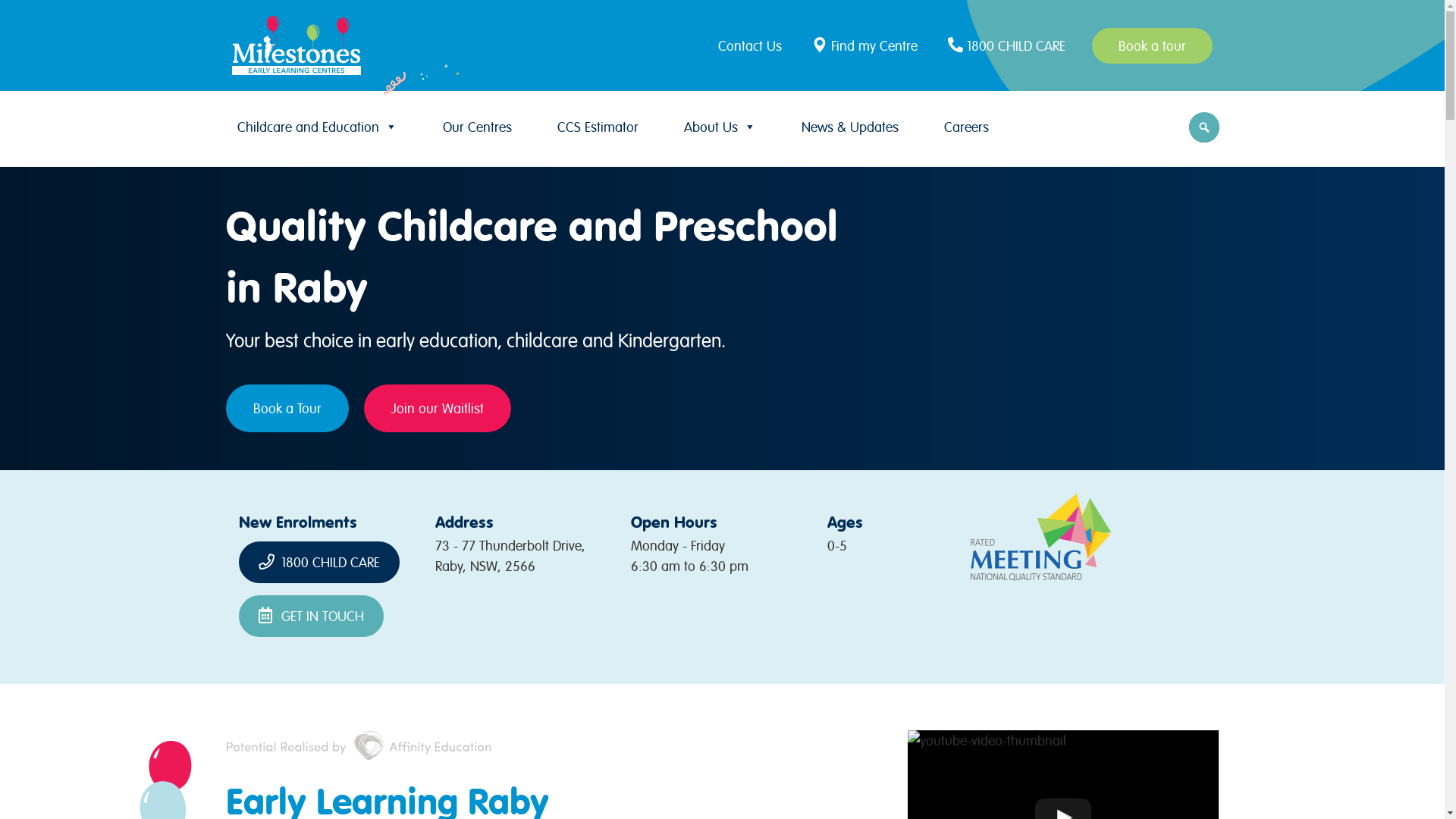 Image resolution: width=1456 pixels, height=819 pixels. Describe the element at coordinates (310, 616) in the screenshot. I see `'GET IN TOUCH'` at that location.